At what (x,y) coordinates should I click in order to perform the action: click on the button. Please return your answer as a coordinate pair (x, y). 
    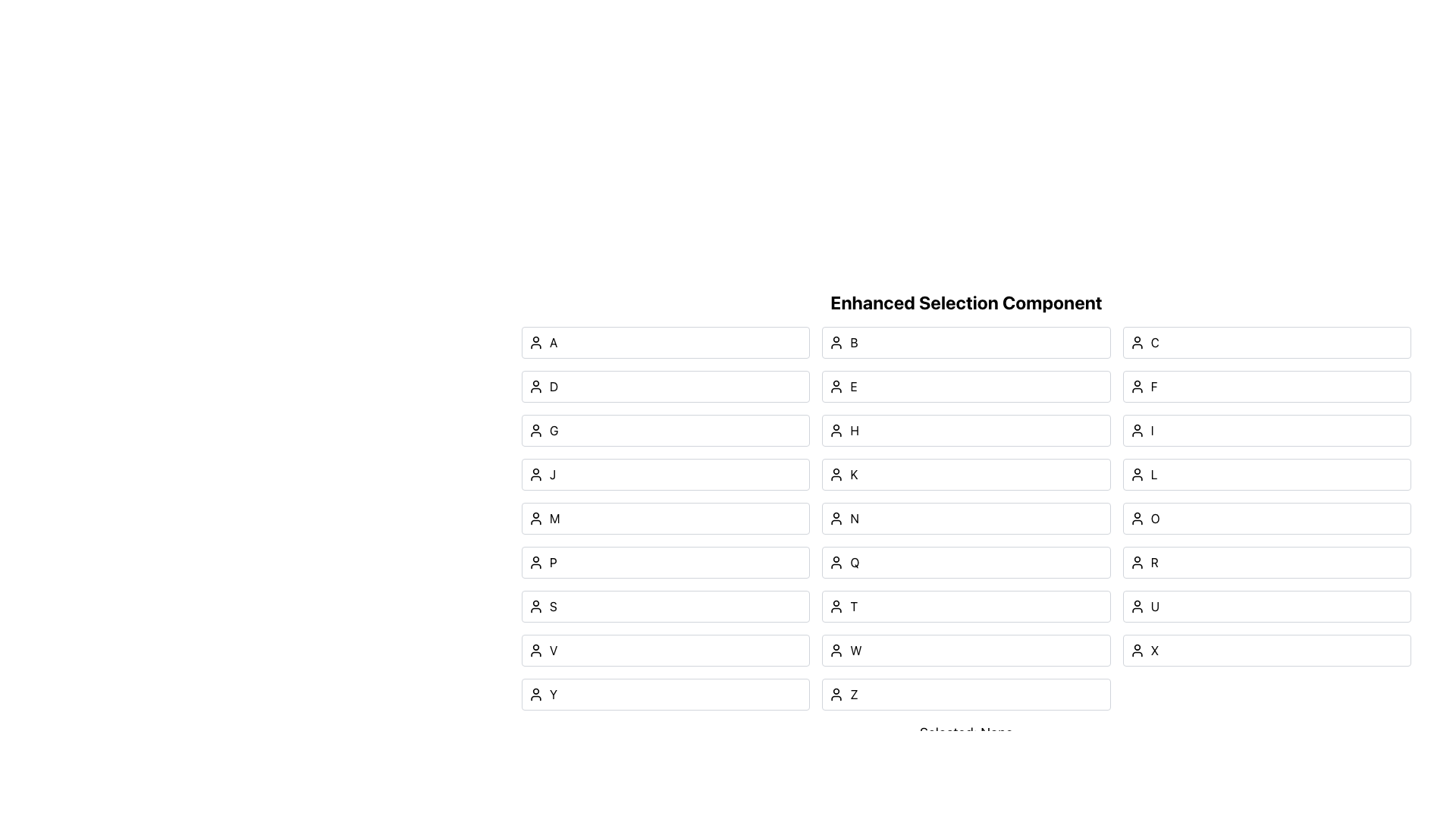
    Looking at the image, I should click on (1266, 473).